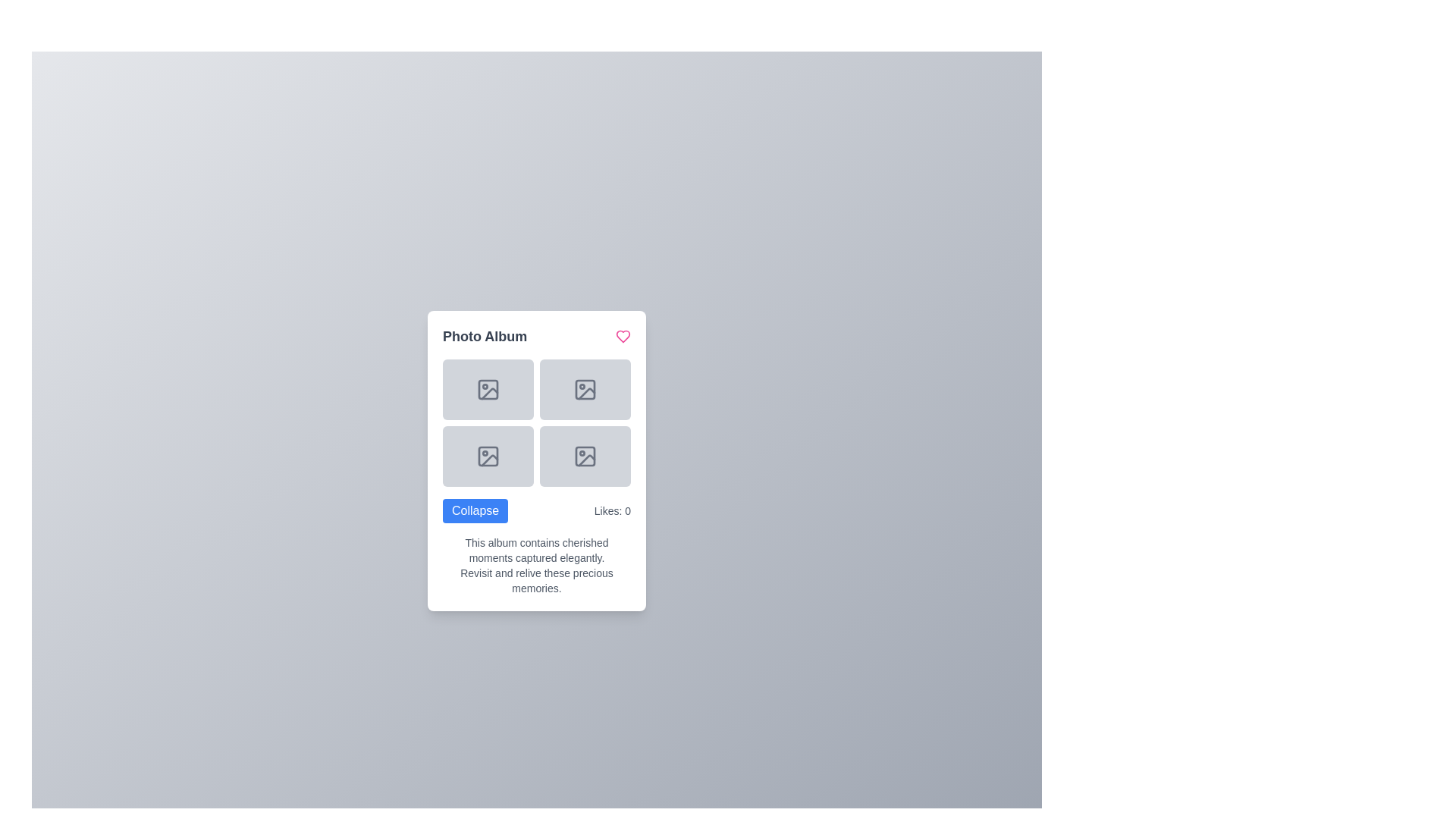  I want to click on the bottom-left image placeholder in the 'Photo Album' card, so click(537, 460).